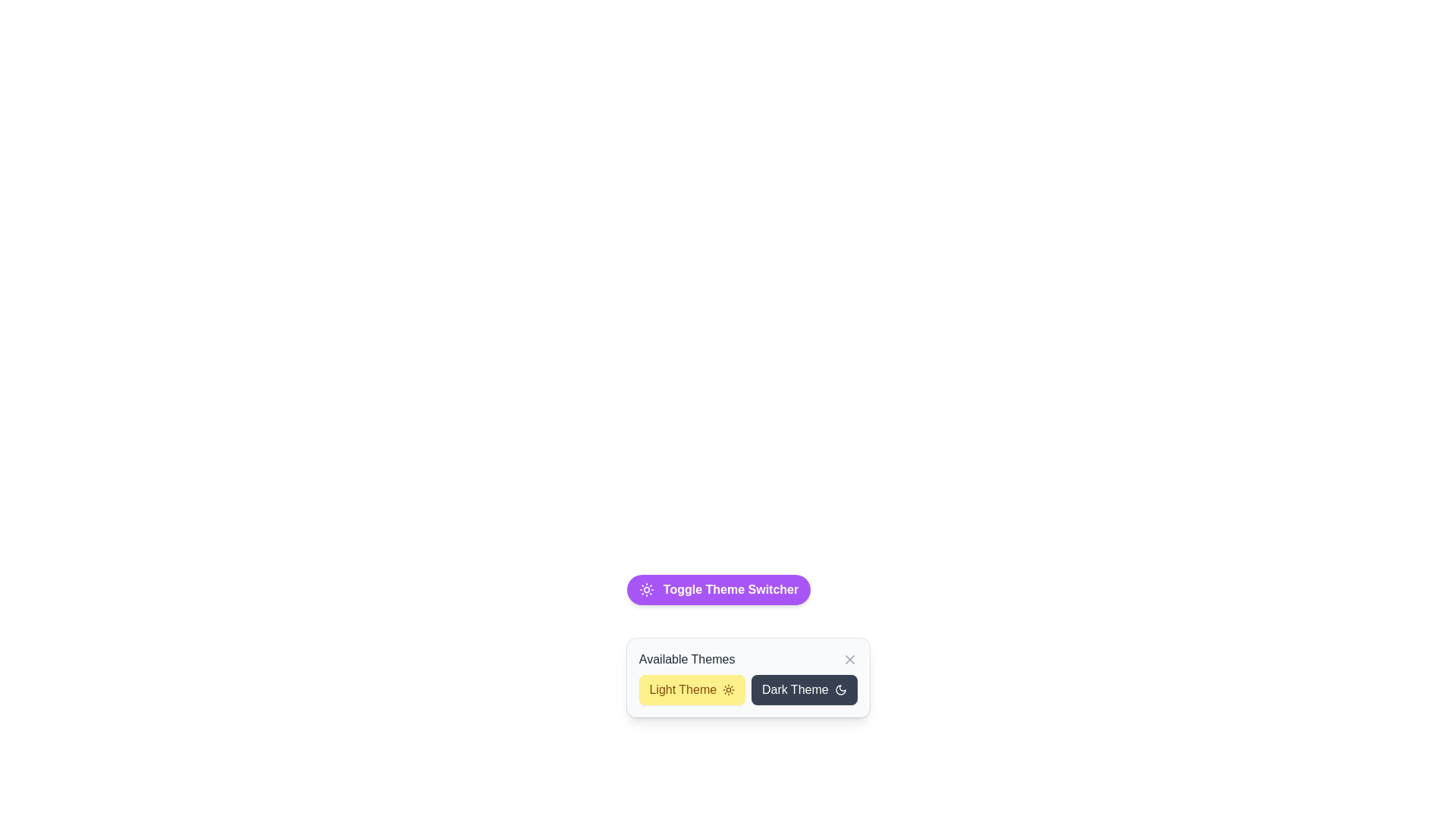  What do you see at coordinates (839, 690) in the screenshot?
I see `the moon-shaped icon within the 'Dark Theme' button, which is positioned to the right of the 'Dark Theme' text` at bounding box center [839, 690].